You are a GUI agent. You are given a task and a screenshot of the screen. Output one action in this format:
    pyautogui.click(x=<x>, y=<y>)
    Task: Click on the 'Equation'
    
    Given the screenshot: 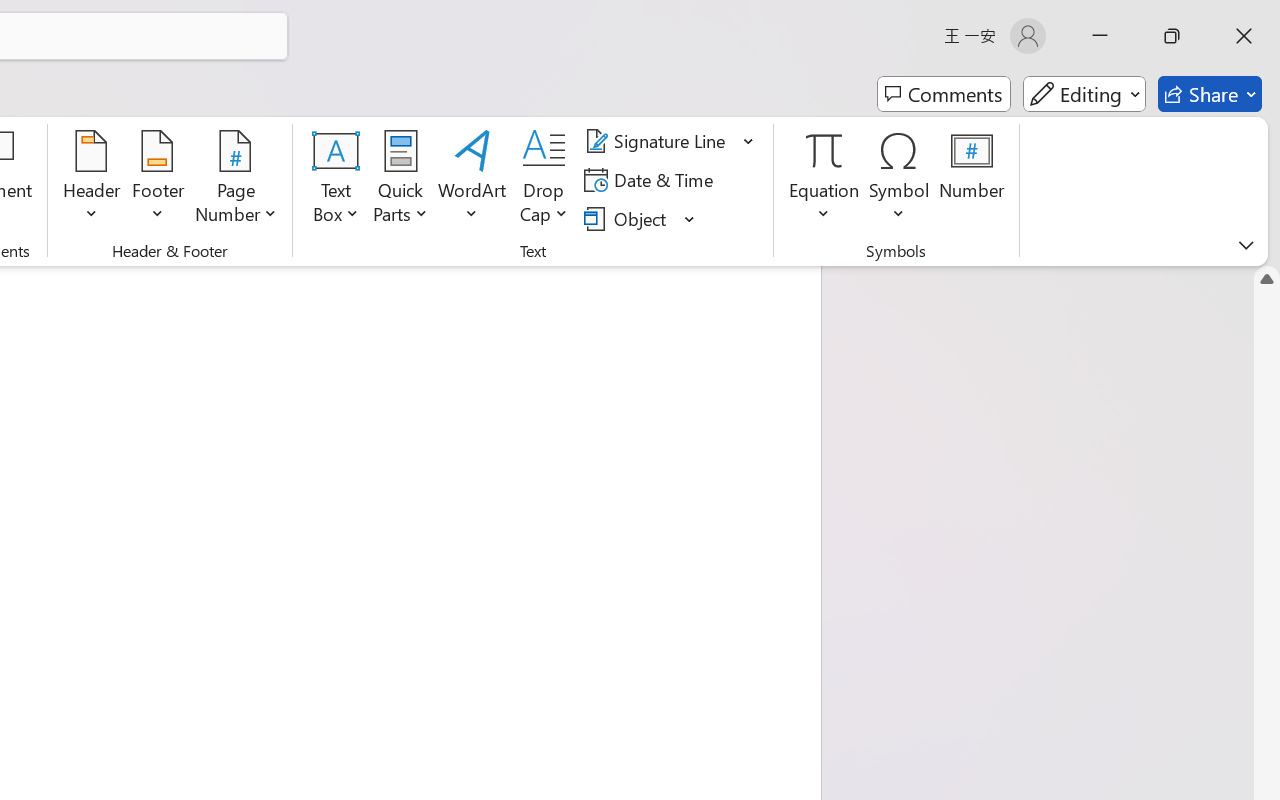 What is the action you would take?
    pyautogui.click(x=824, y=150)
    